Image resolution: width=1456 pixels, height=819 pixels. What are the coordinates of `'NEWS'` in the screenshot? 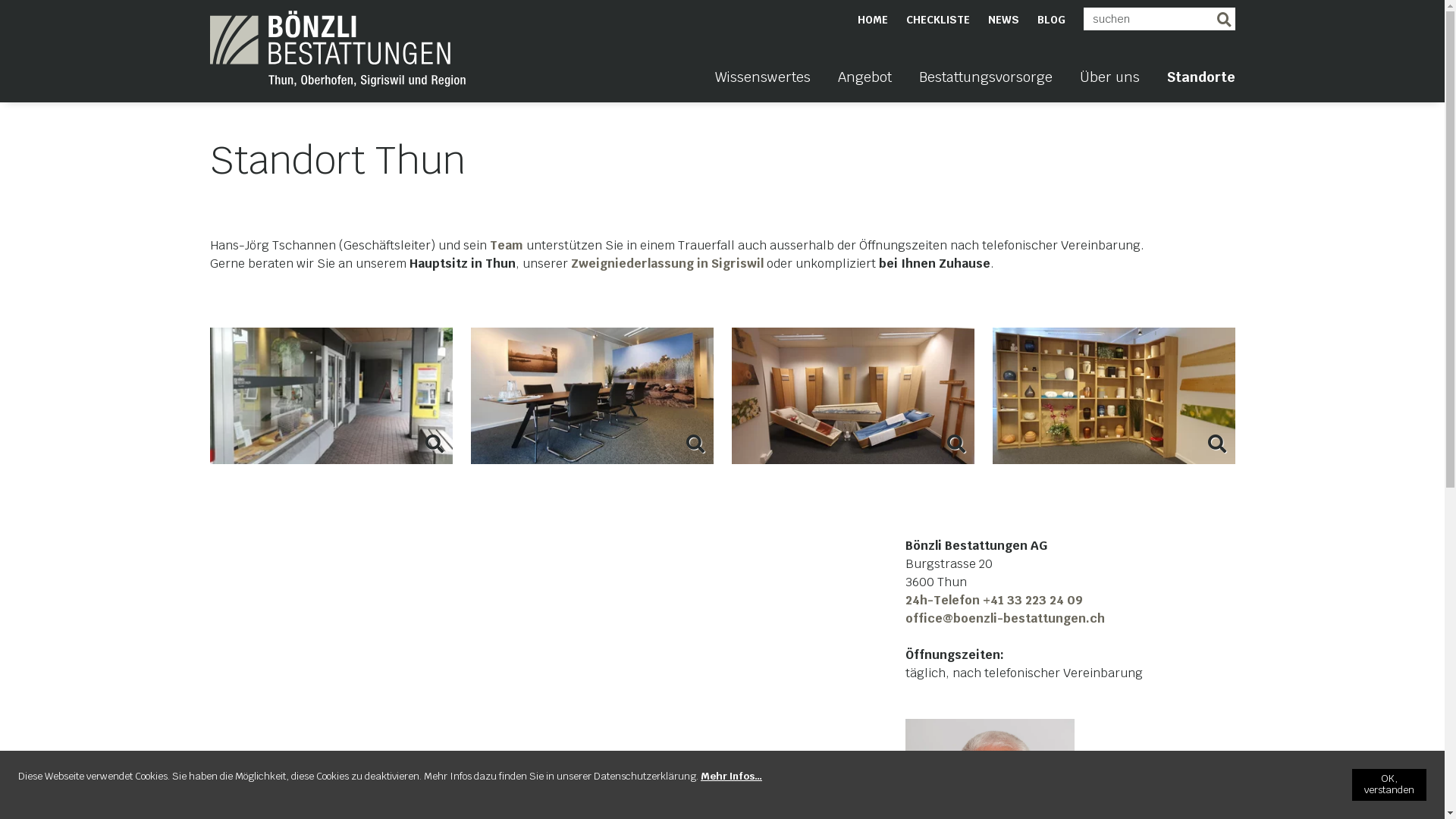 It's located at (1003, 20).